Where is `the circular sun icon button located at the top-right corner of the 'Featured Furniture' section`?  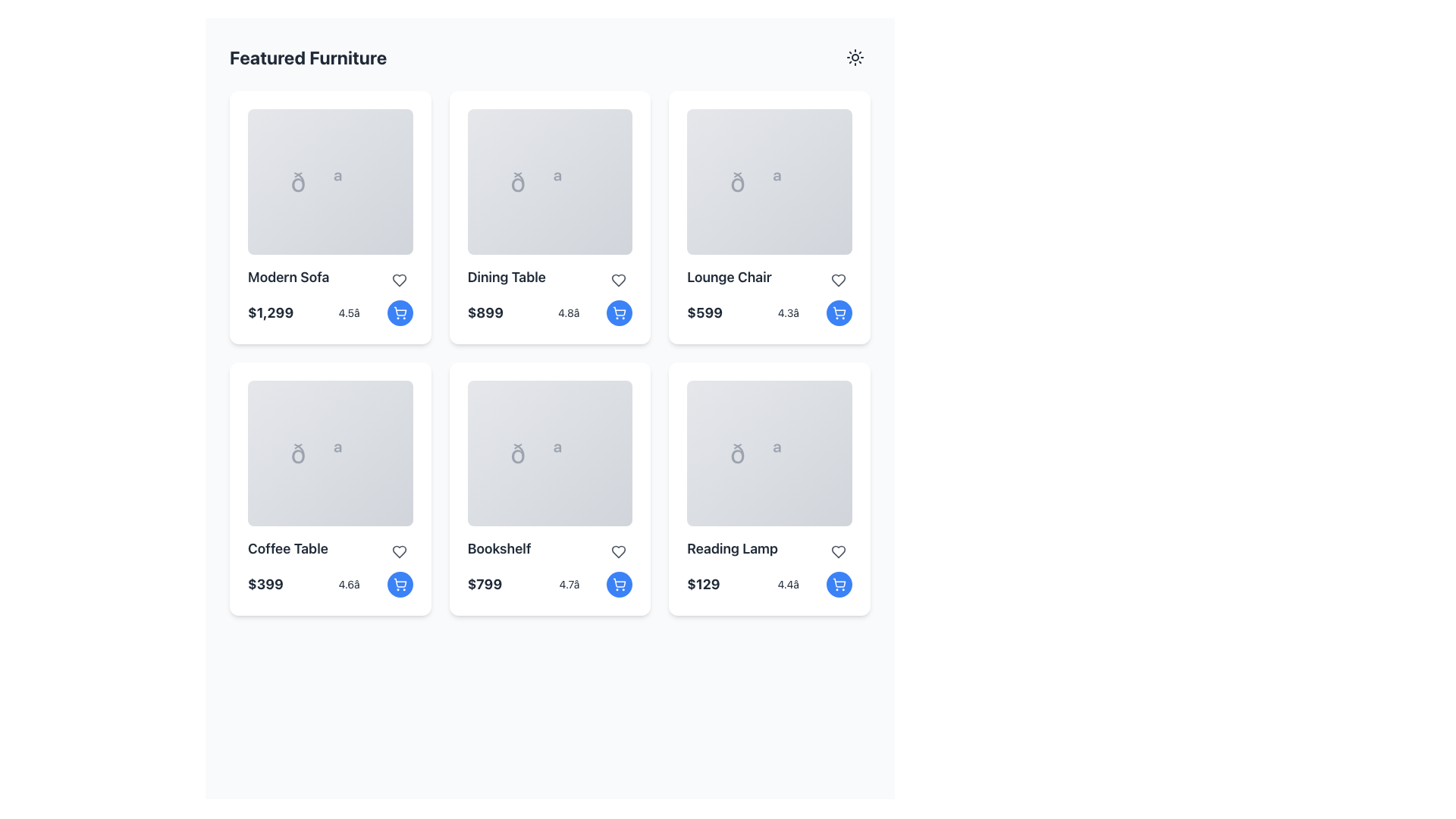 the circular sun icon button located at the top-right corner of the 'Featured Furniture' section is located at coordinates (855, 57).